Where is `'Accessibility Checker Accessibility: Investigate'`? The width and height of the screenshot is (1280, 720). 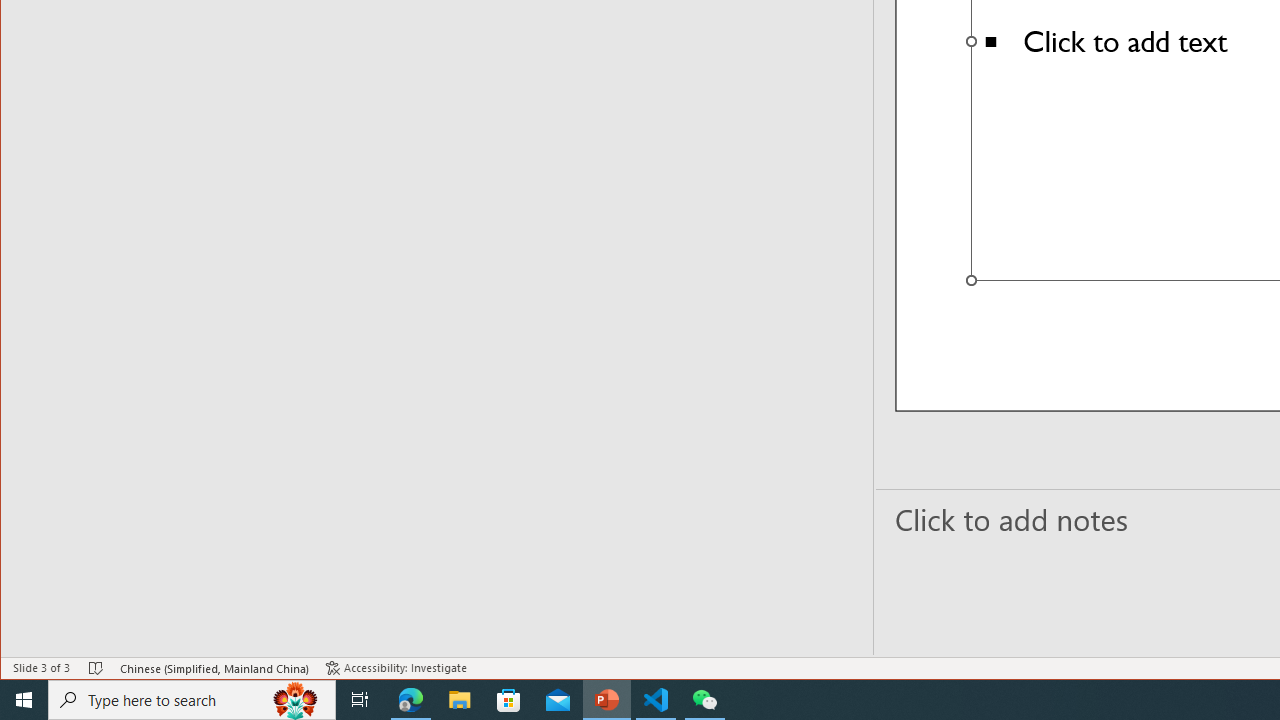 'Accessibility Checker Accessibility: Investigate' is located at coordinates (396, 668).